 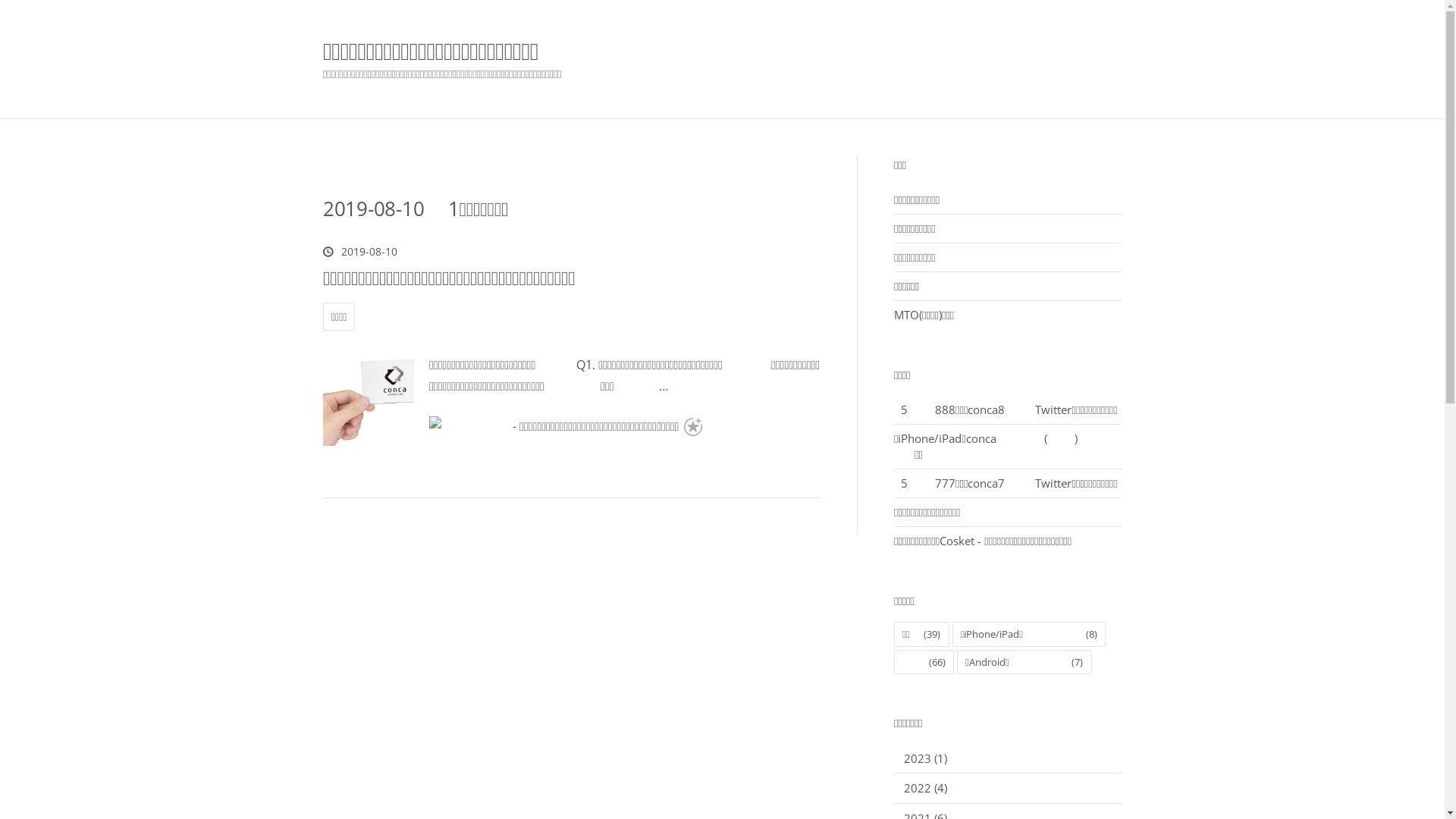 What do you see at coordinates (924, 786) in the screenshot?
I see `'2022 (4)'` at bounding box center [924, 786].